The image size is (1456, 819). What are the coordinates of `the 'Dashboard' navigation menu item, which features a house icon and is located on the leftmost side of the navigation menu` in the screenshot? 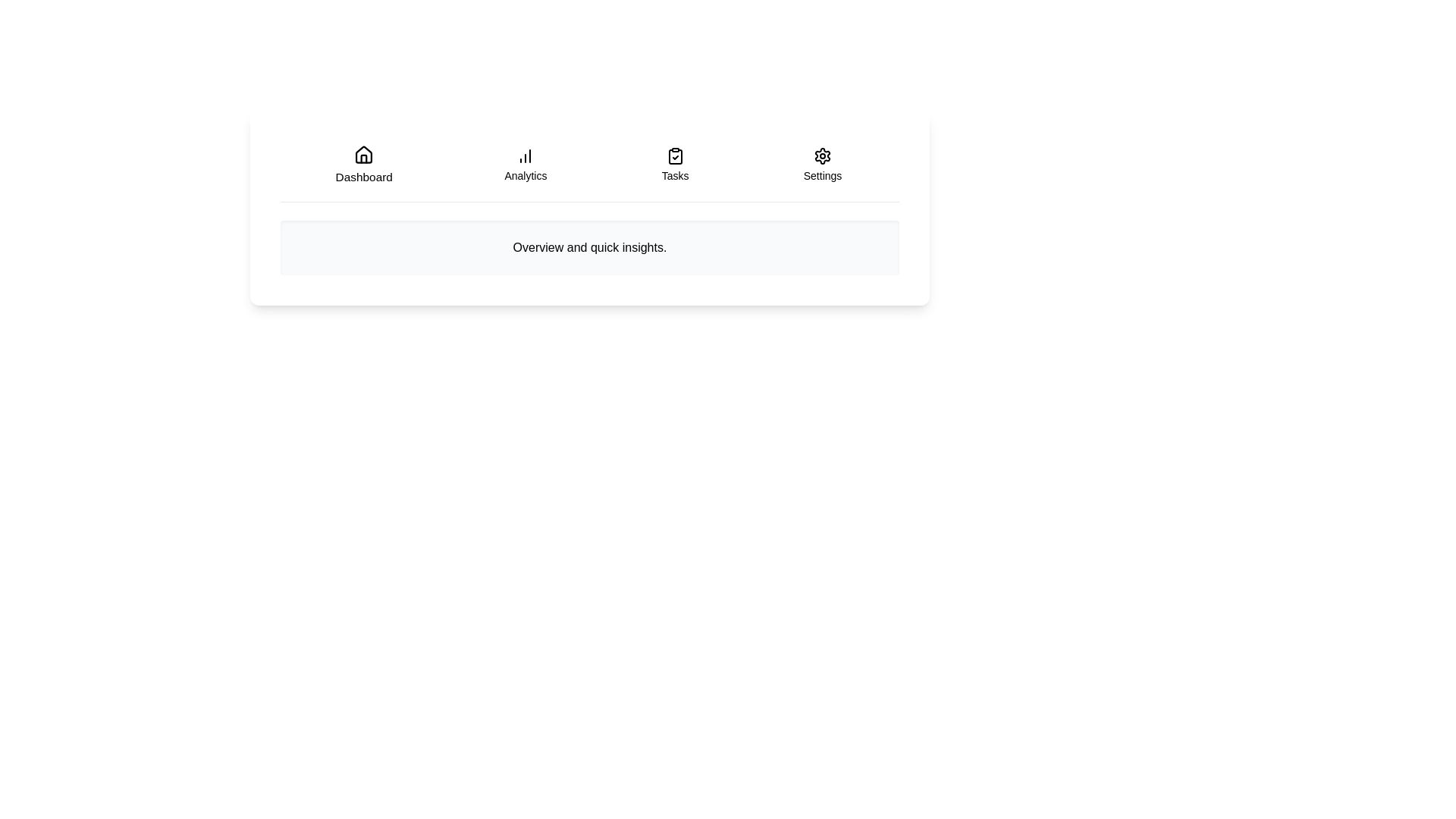 It's located at (362, 165).